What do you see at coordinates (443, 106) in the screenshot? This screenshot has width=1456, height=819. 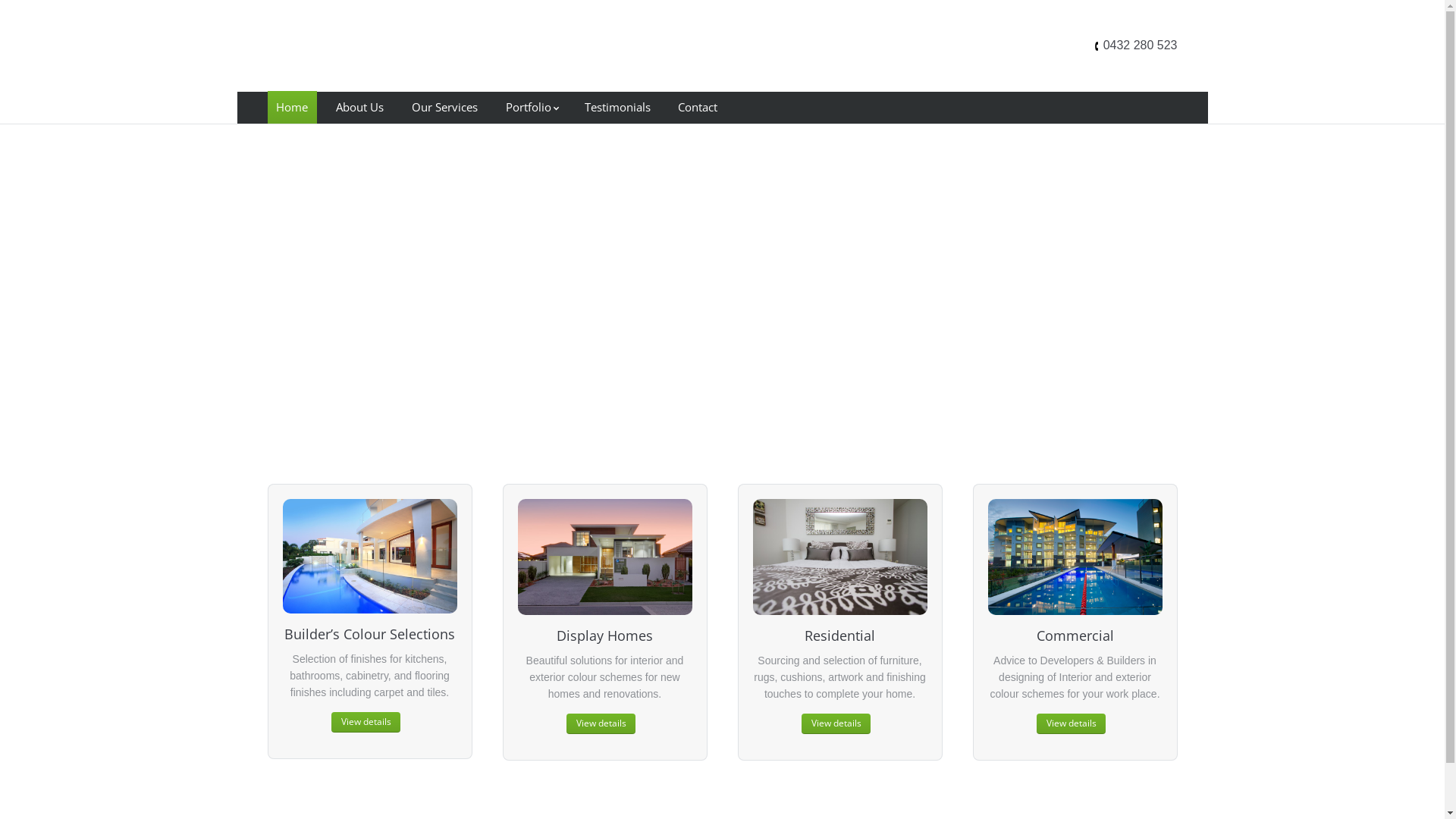 I see `'Our Services'` at bounding box center [443, 106].